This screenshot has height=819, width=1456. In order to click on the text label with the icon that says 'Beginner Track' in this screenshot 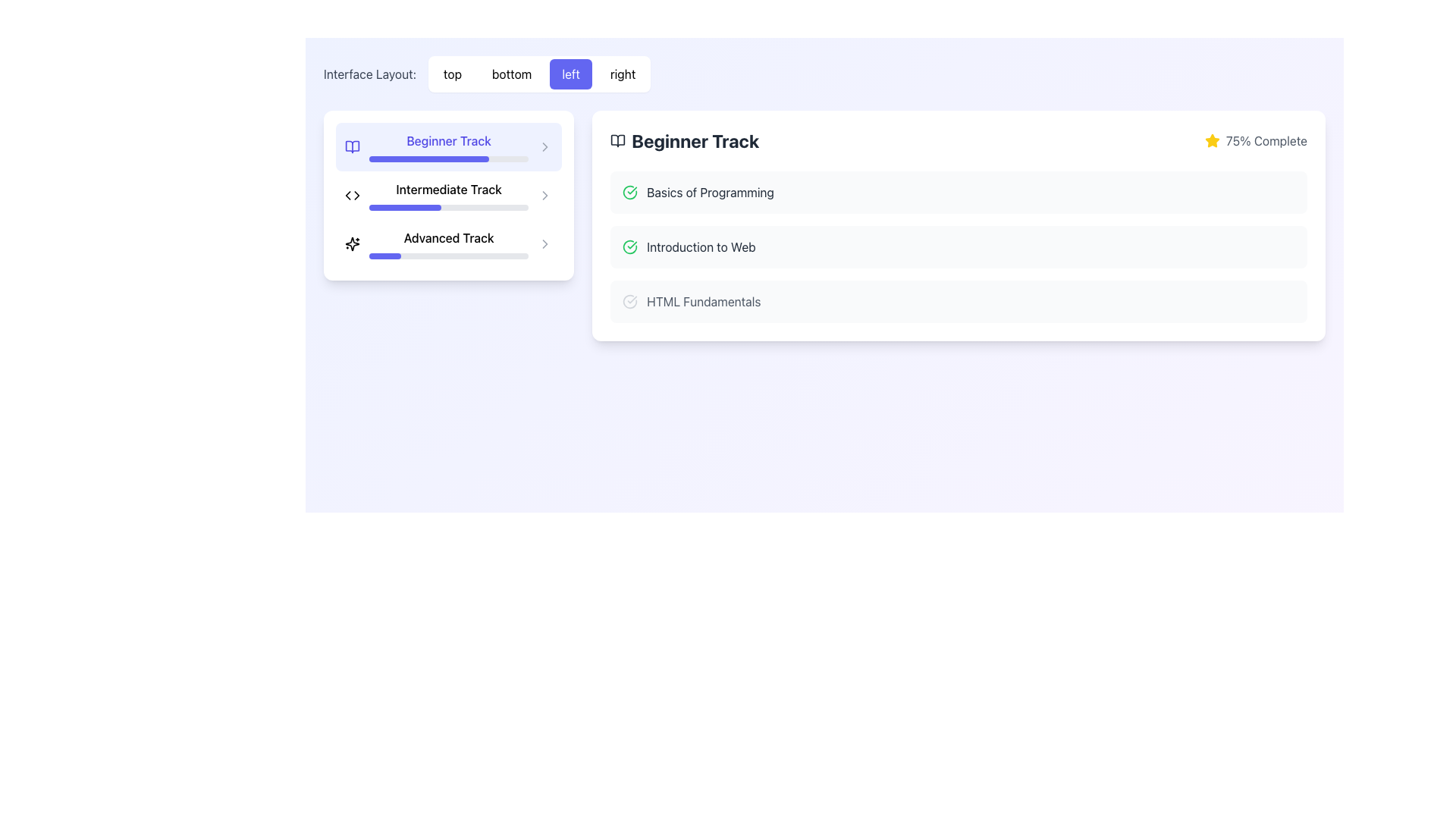, I will do `click(684, 140)`.